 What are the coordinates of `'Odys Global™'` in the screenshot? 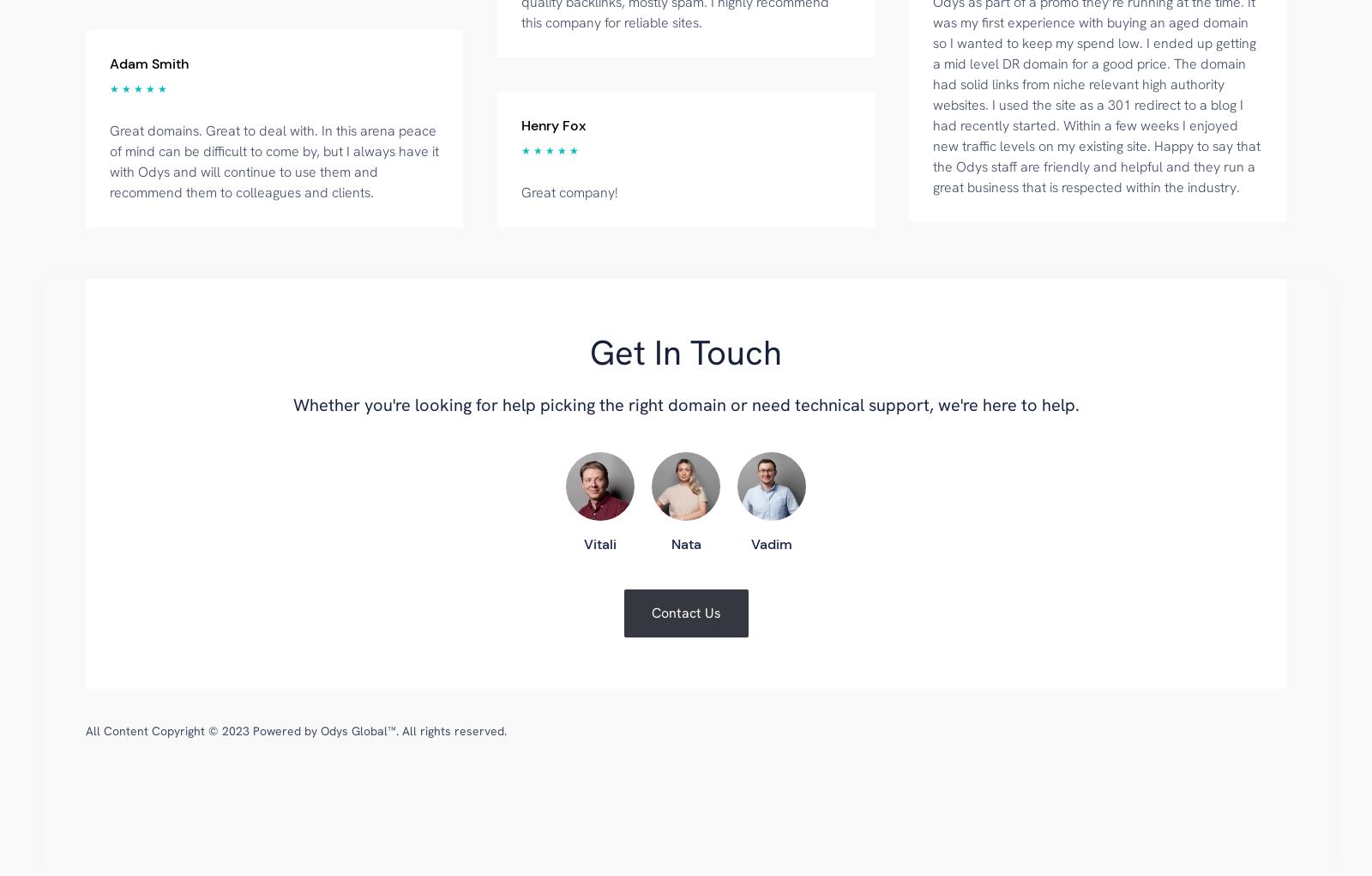 It's located at (321, 730).